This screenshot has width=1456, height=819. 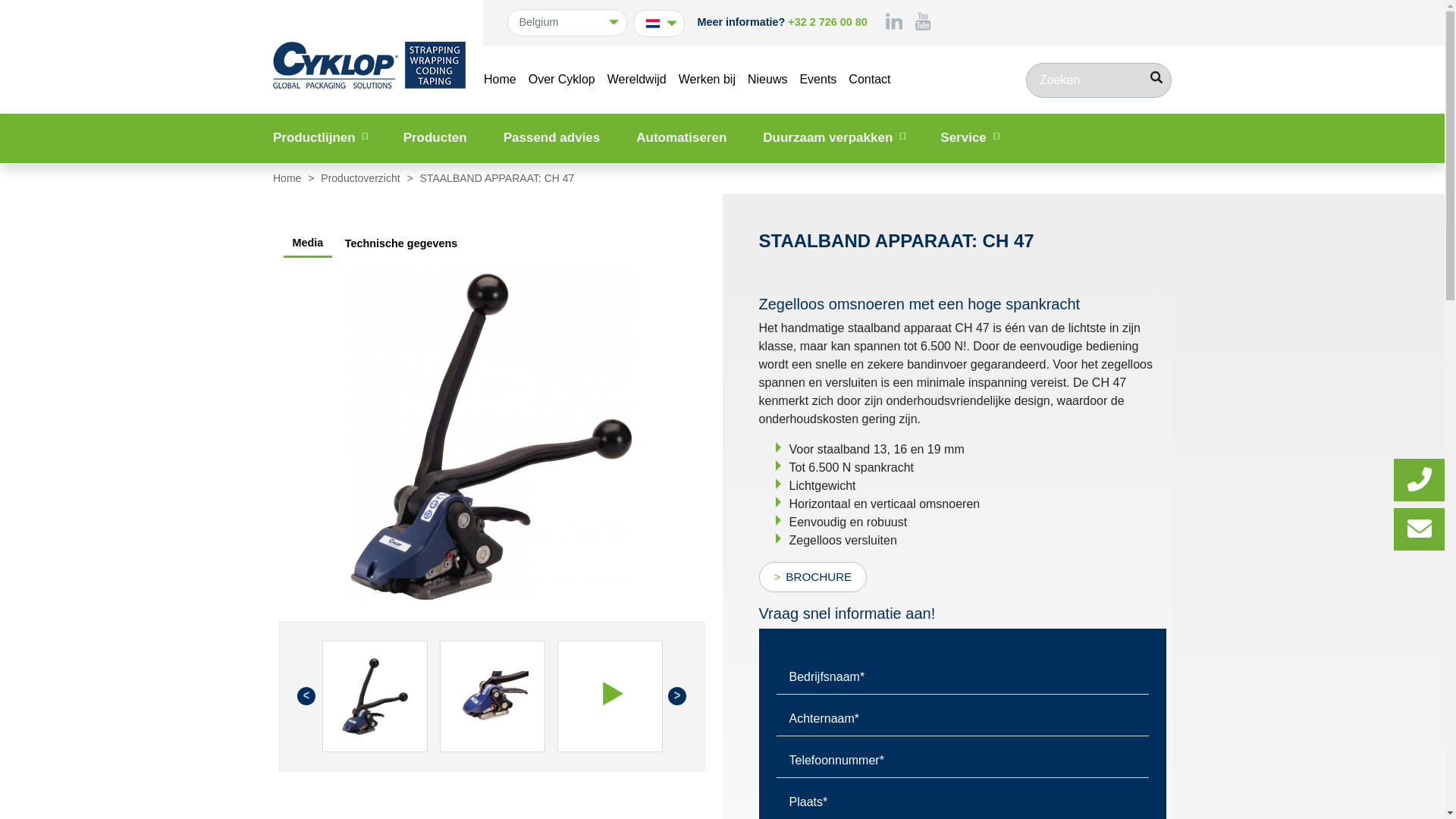 What do you see at coordinates (492, 696) in the screenshot?
I see `'STAALBAND APPARAAT: CH 47'` at bounding box center [492, 696].